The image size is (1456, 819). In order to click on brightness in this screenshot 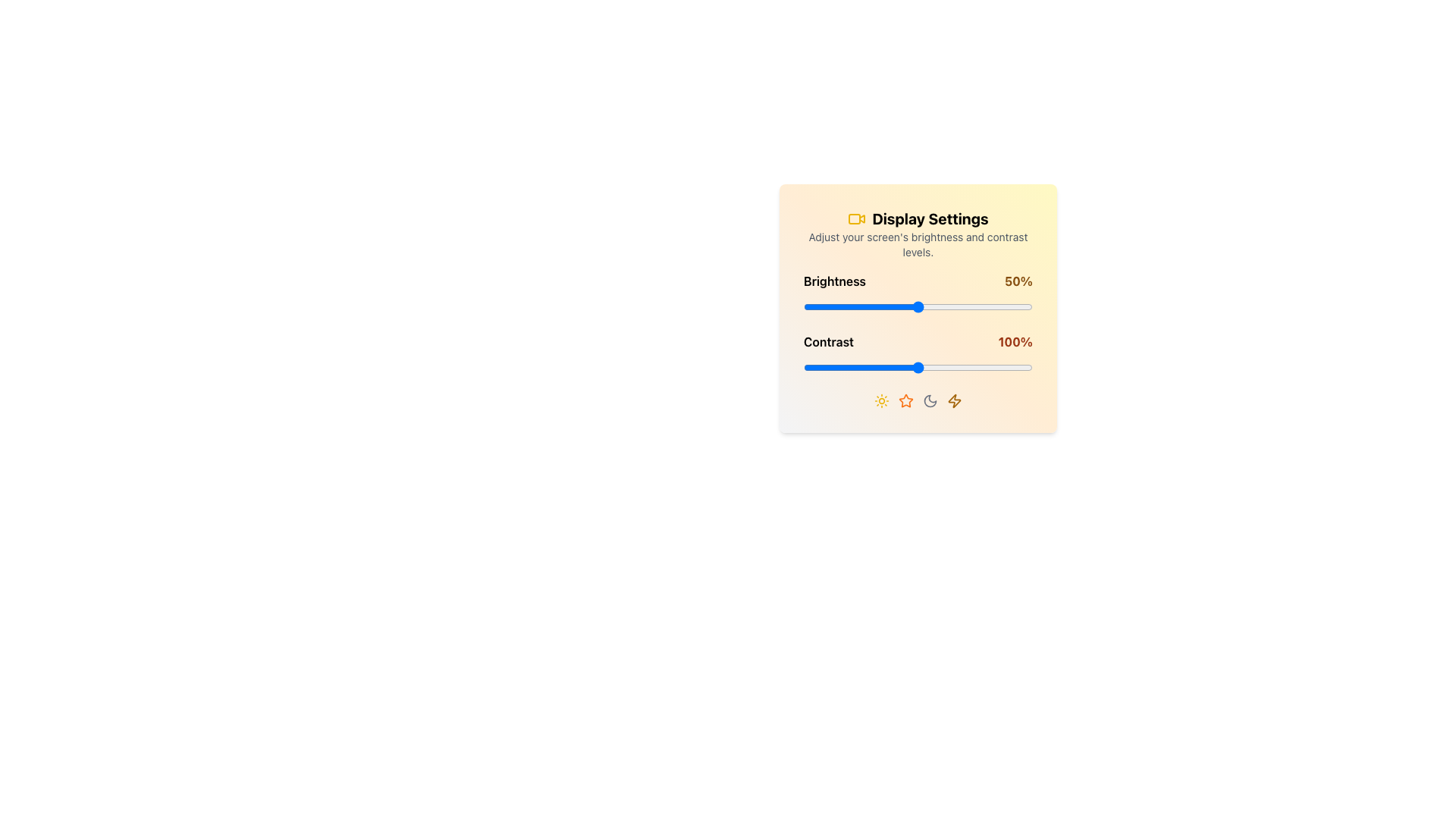, I will do `click(920, 307)`.